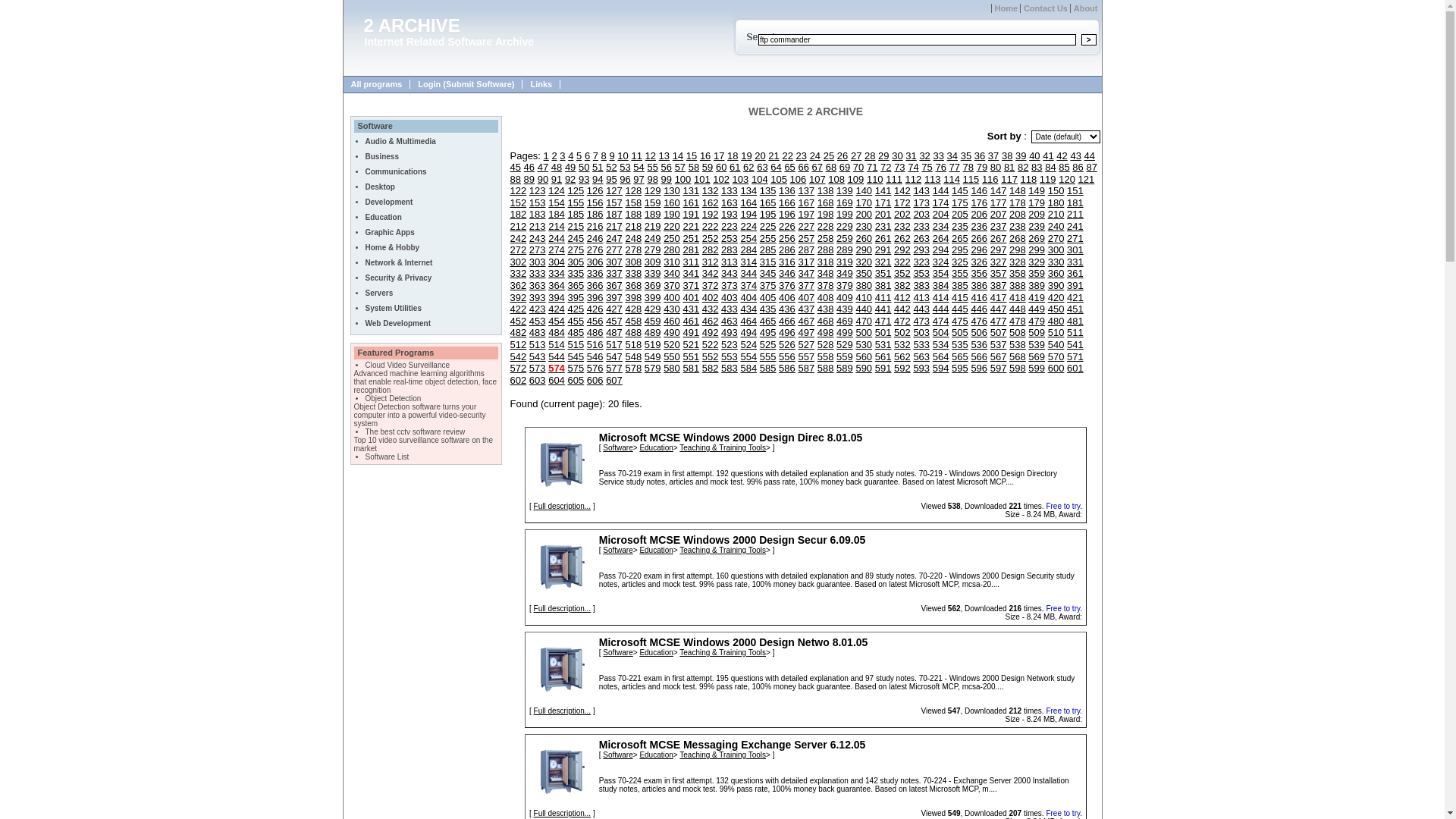 The image size is (1456, 819). Describe the element at coordinates (538, 344) in the screenshot. I see `'513'` at that location.